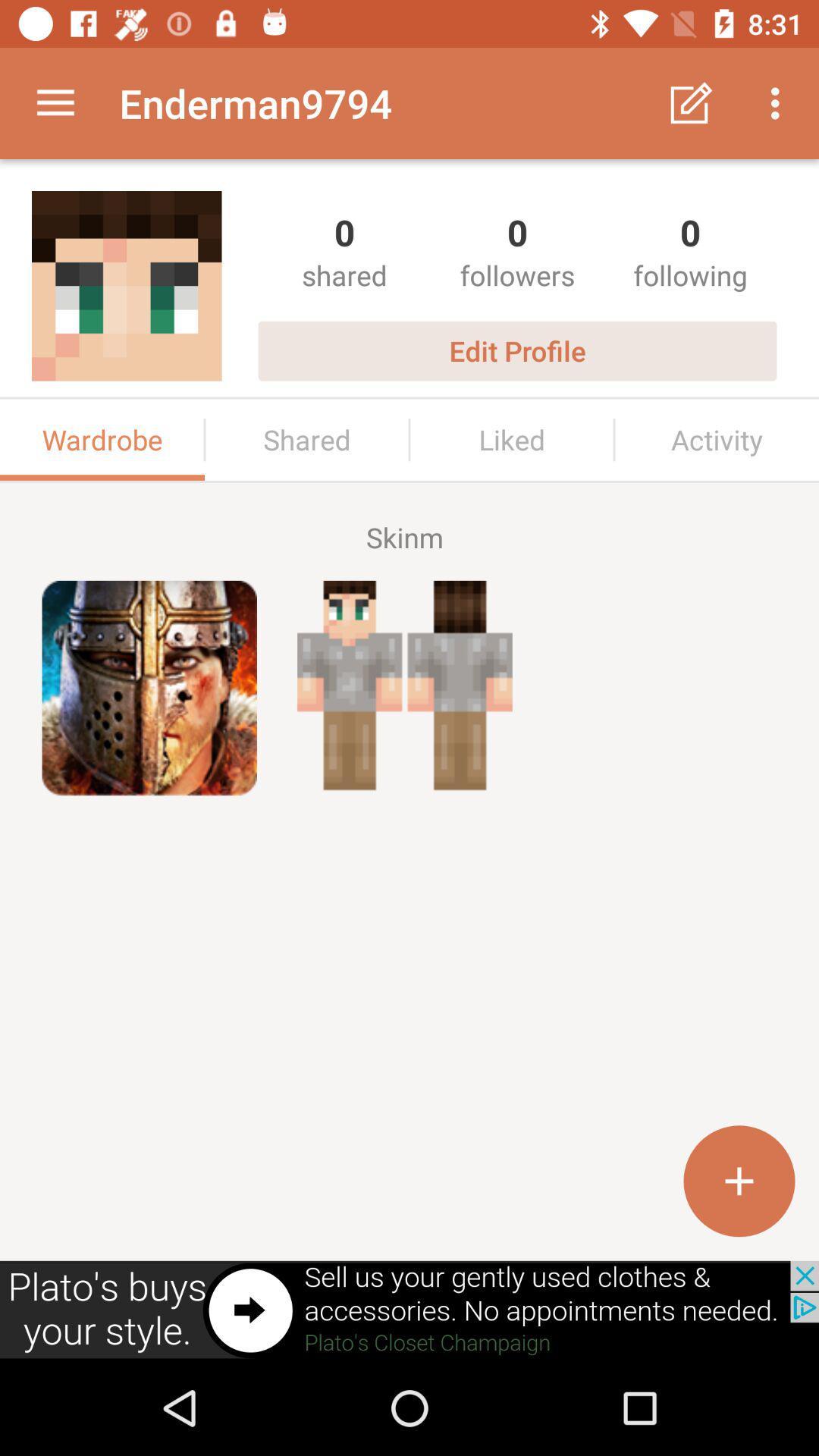  I want to click on the image below enderman, so click(126, 286).